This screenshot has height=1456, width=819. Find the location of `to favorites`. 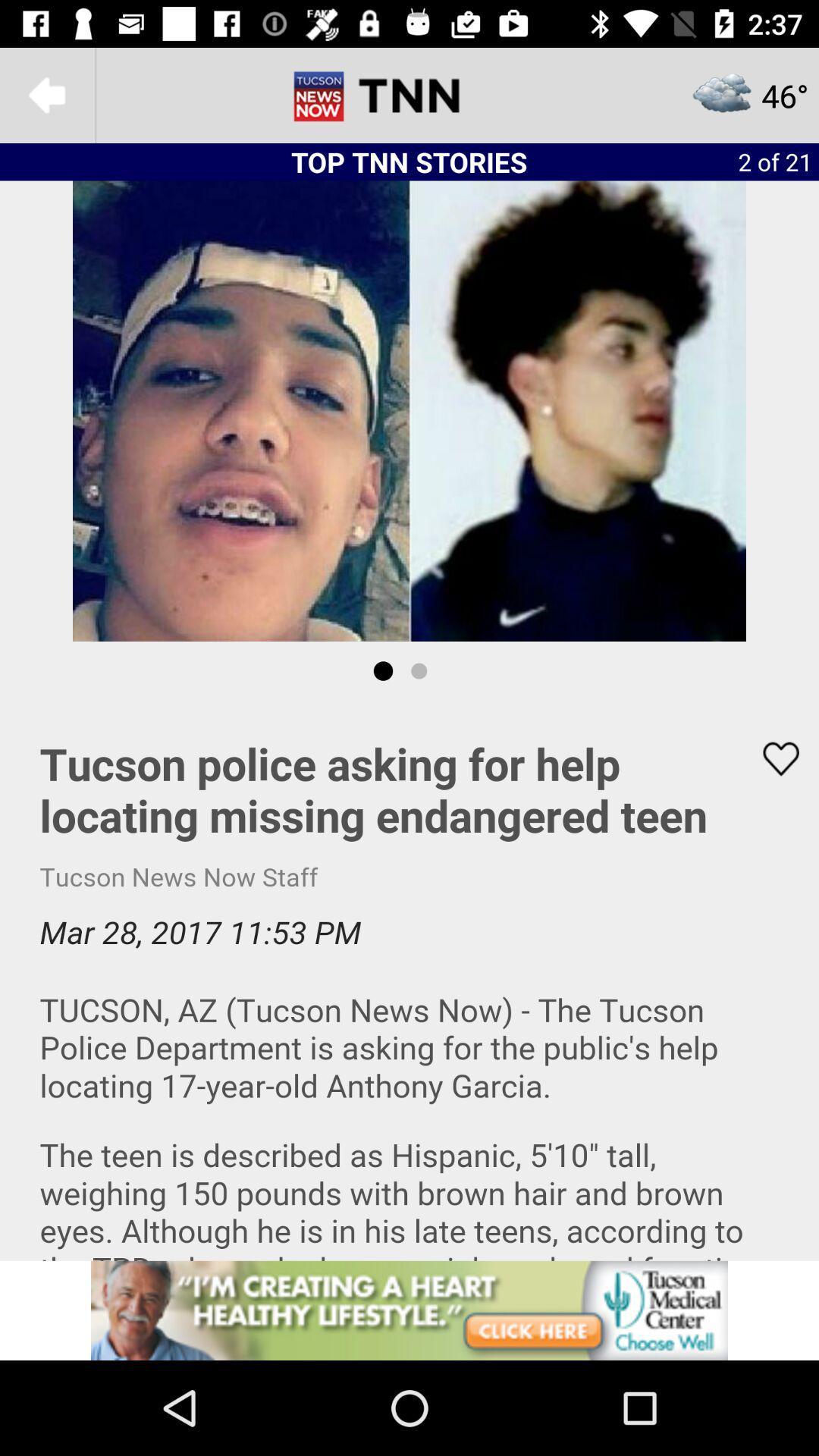

to favorites is located at coordinates (771, 758).